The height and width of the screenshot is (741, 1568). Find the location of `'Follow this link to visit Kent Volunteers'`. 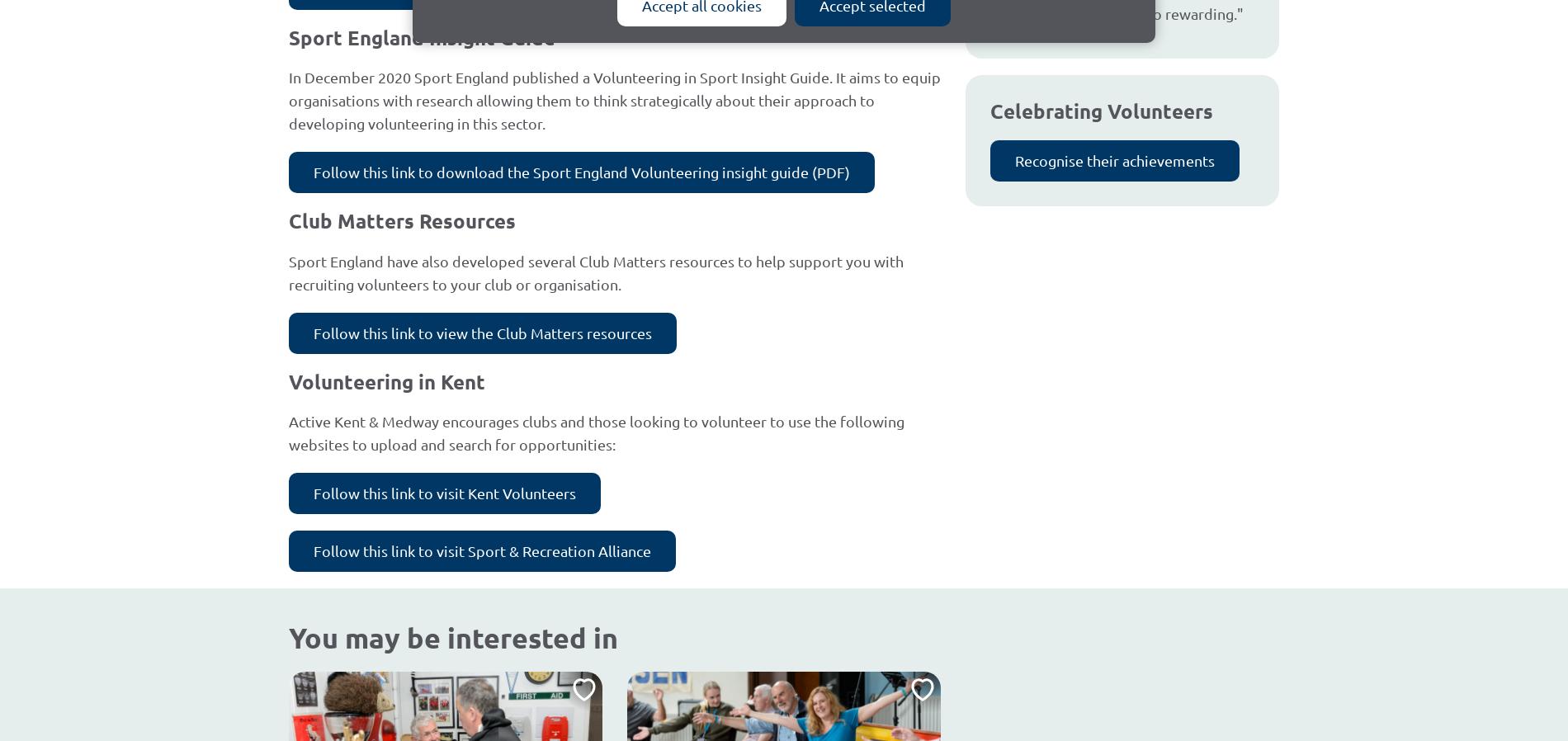

'Follow this link to visit Kent Volunteers' is located at coordinates (445, 492).